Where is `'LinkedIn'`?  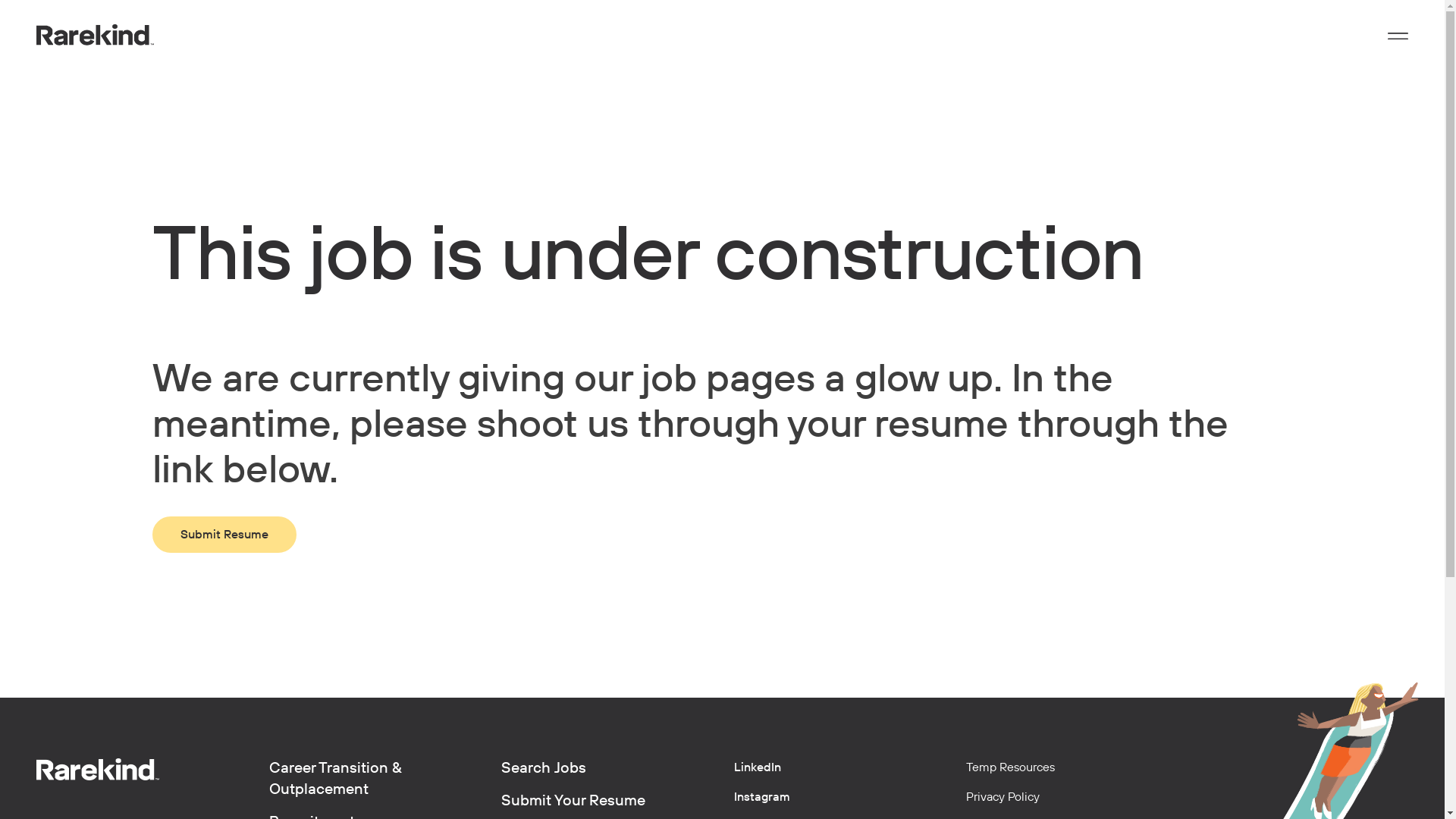
'LinkedIn' is located at coordinates (757, 767).